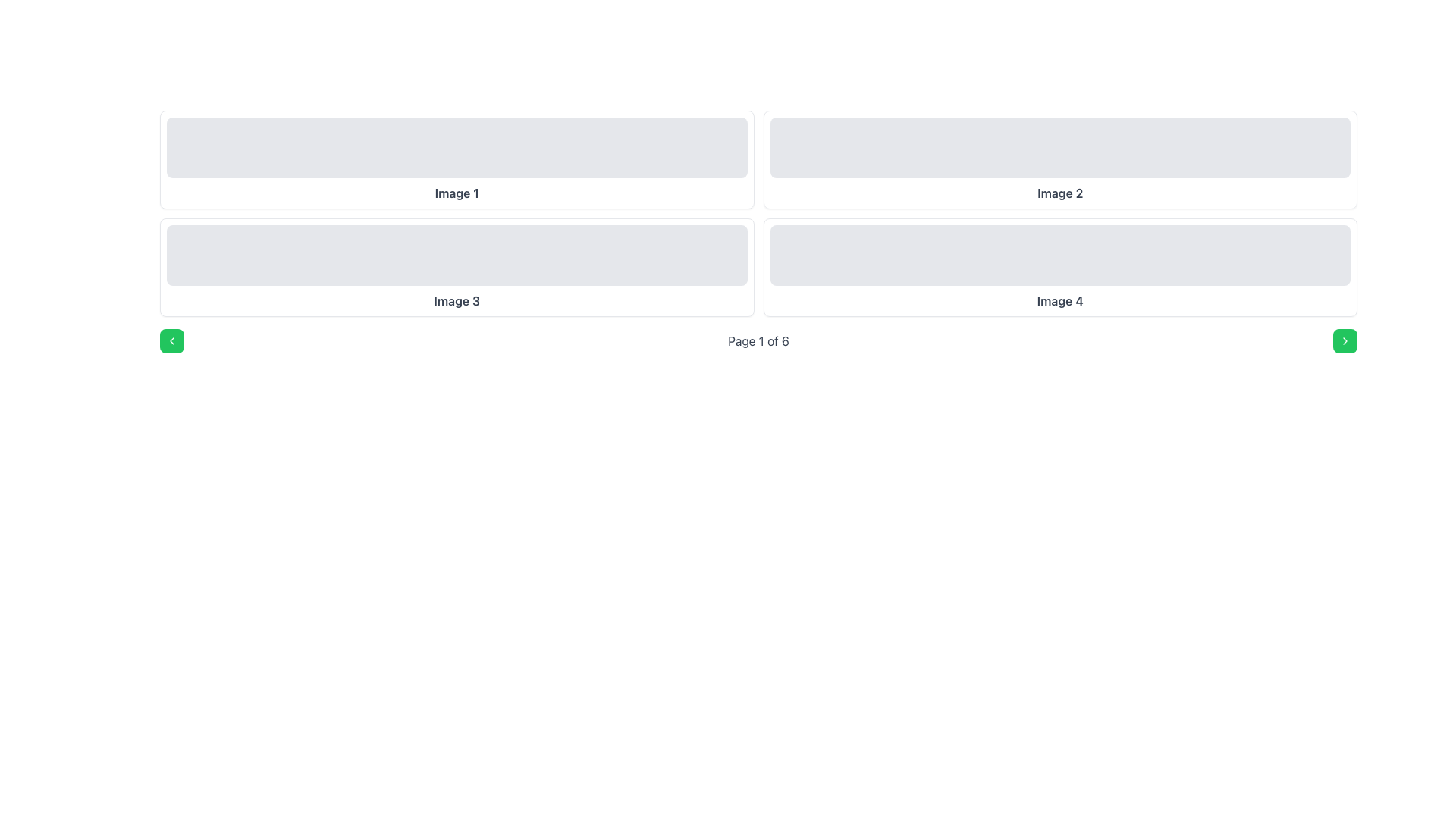  Describe the element at coordinates (1345, 341) in the screenshot. I see `the right-pointing chevron icon located in the bottom-right corner of the green button` at that location.